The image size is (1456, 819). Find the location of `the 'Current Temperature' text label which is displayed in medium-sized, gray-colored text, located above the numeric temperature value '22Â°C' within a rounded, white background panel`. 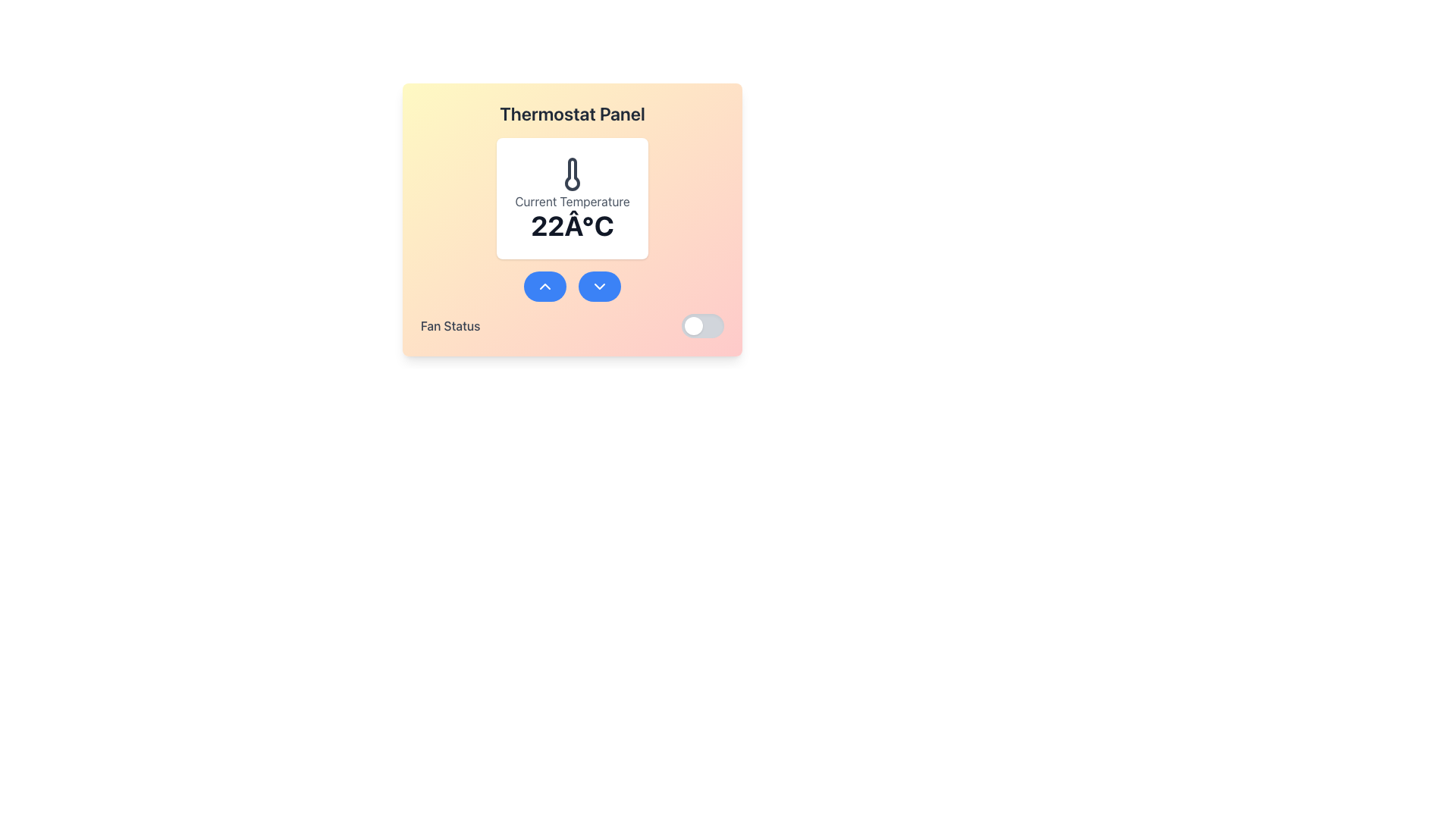

the 'Current Temperature' text label which is displayed in medium-sized, gray-colored text, located above the numeric temperature value '22Â°C' within a rounded, white background panel is located at coordinates (571, 201).